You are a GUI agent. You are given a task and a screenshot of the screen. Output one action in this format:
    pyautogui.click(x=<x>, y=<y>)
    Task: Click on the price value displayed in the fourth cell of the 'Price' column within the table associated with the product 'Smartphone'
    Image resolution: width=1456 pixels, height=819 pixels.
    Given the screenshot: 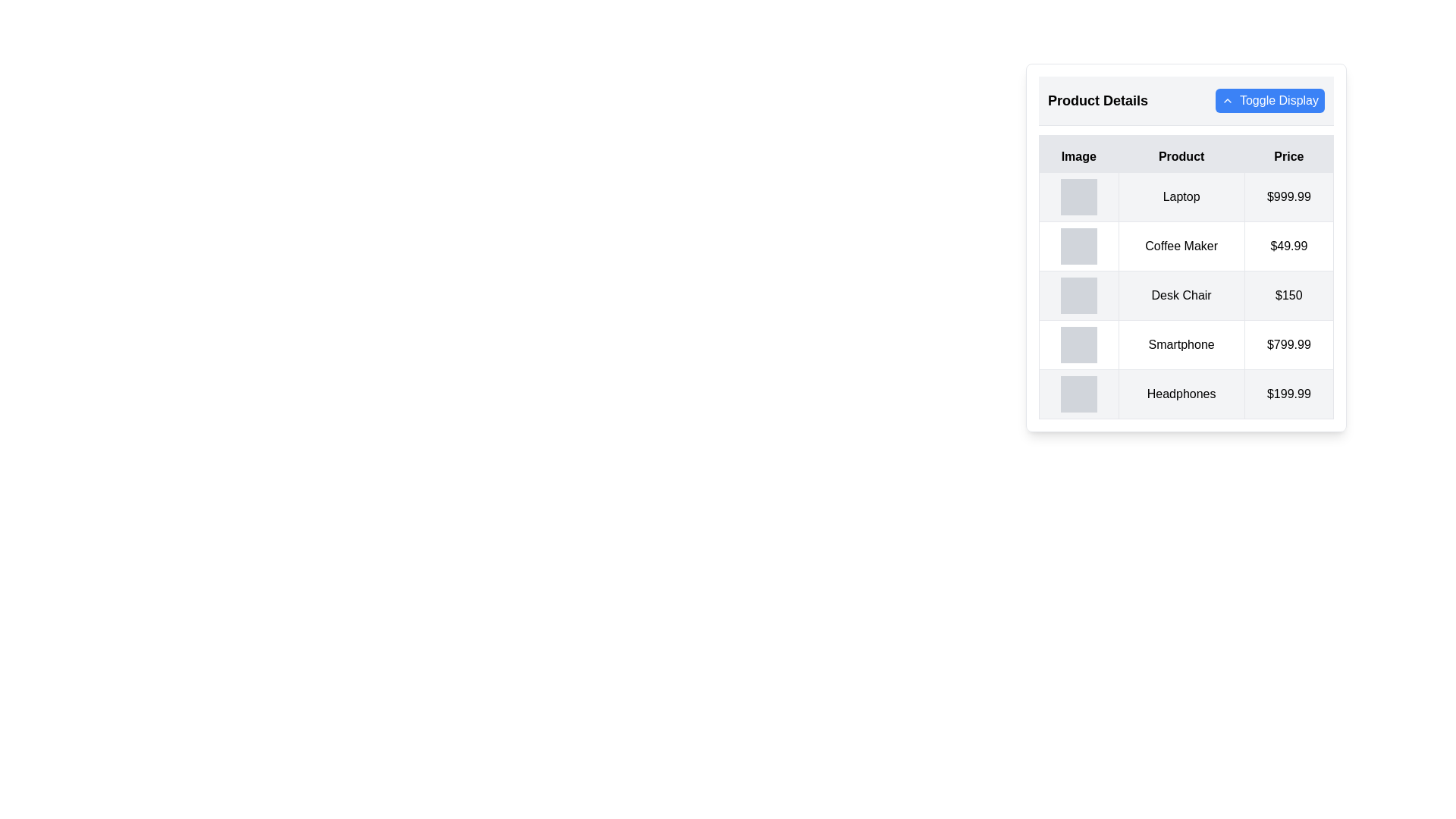 What is the action you would take?
    pyautogui.click(x=1288, y=345)
    